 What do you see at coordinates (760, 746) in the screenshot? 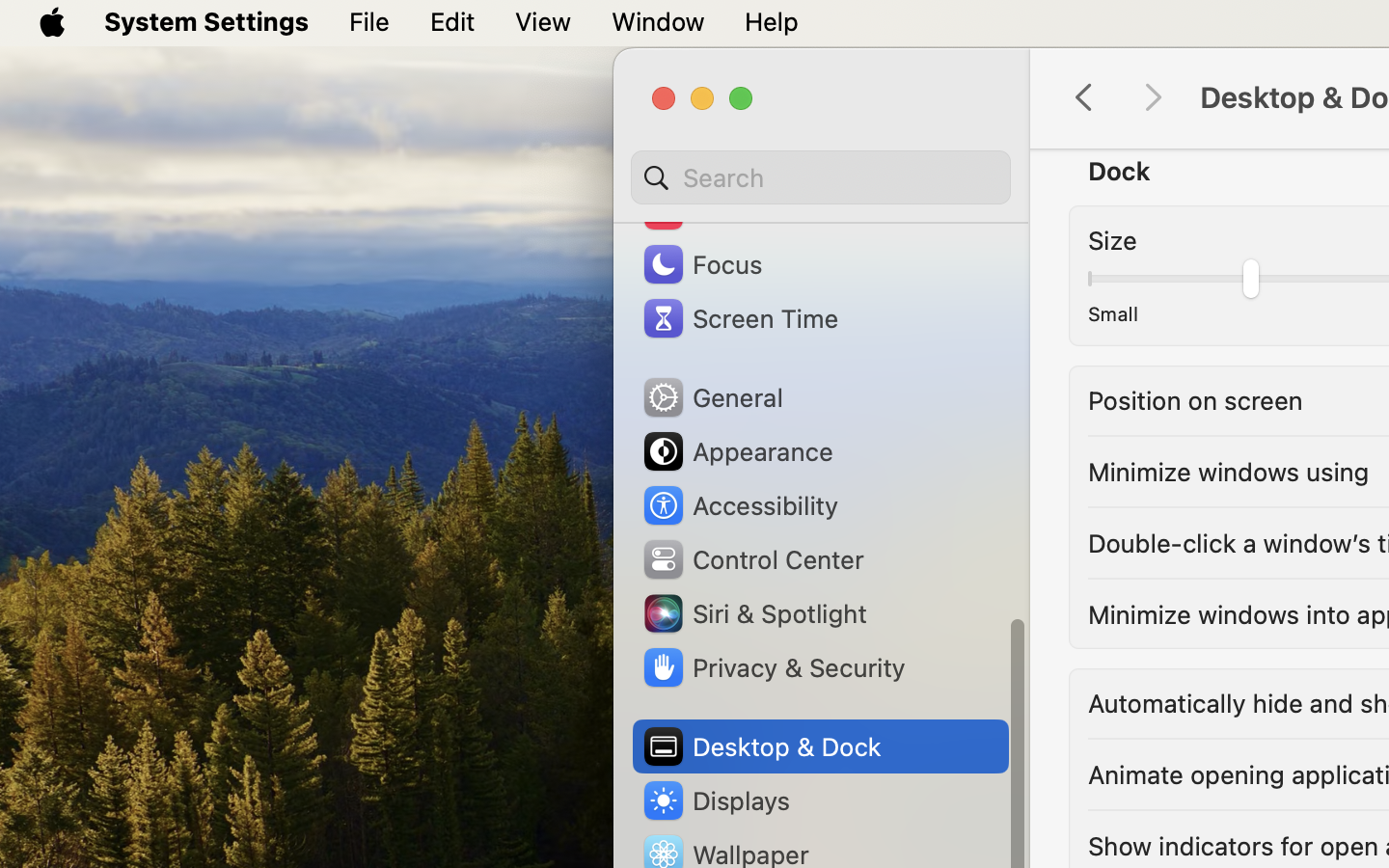
I see `'Desktop & Dock'` at bounding box center [760, 746].